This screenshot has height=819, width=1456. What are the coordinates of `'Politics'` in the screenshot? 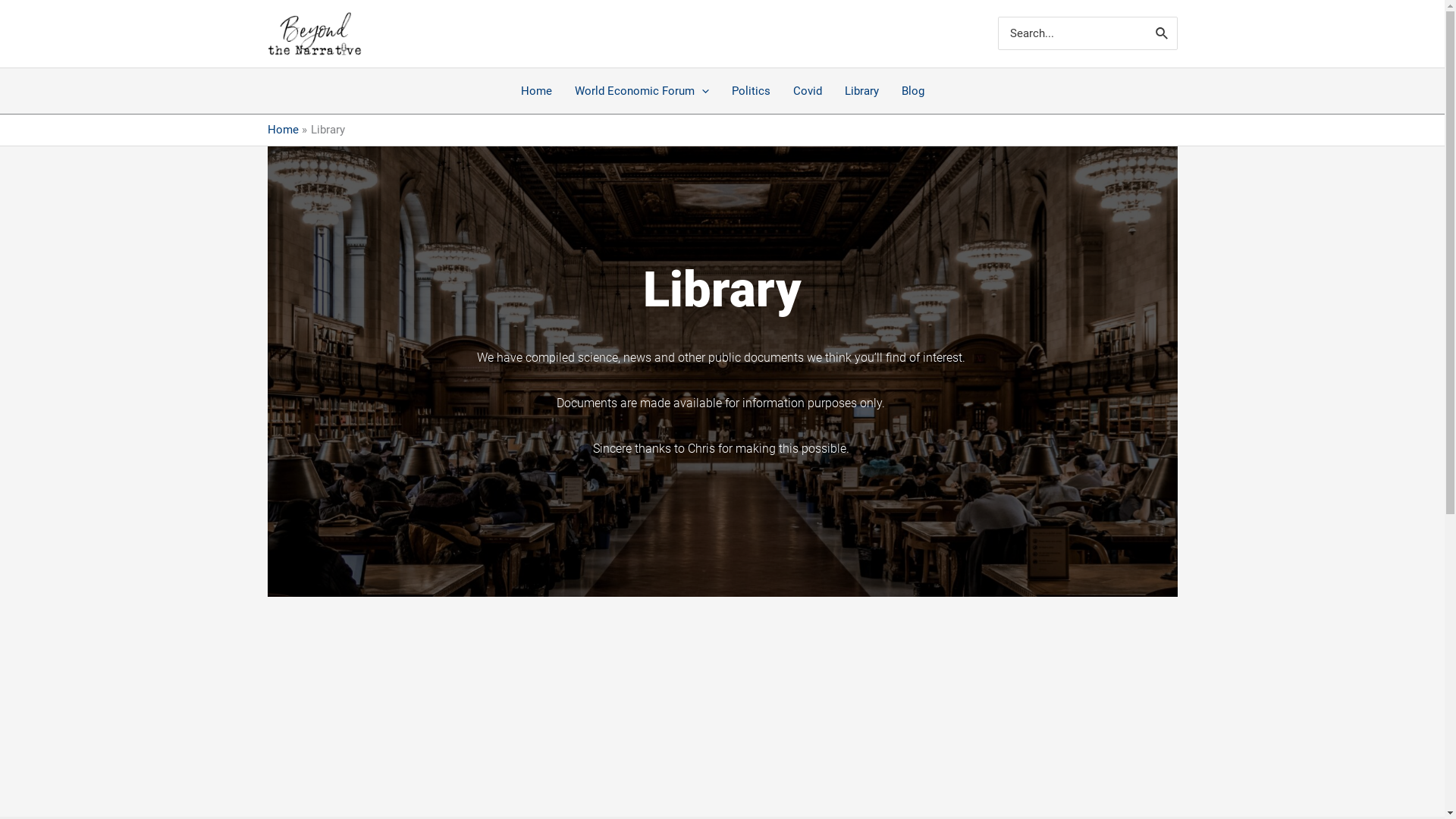 It's located at (751, 90).